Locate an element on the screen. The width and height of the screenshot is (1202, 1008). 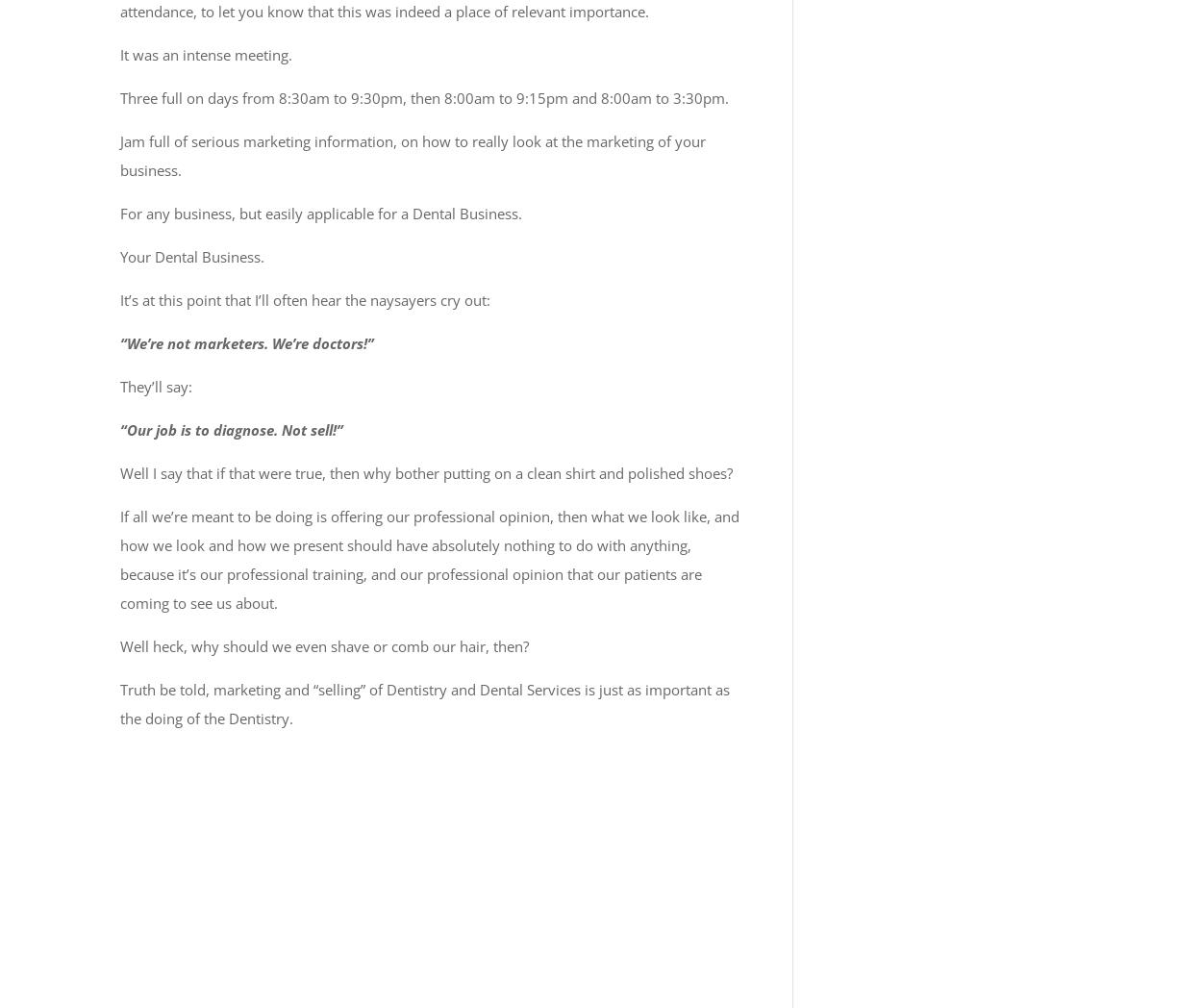
'It was an intense meeting.' is located at coordinates (205, 55).